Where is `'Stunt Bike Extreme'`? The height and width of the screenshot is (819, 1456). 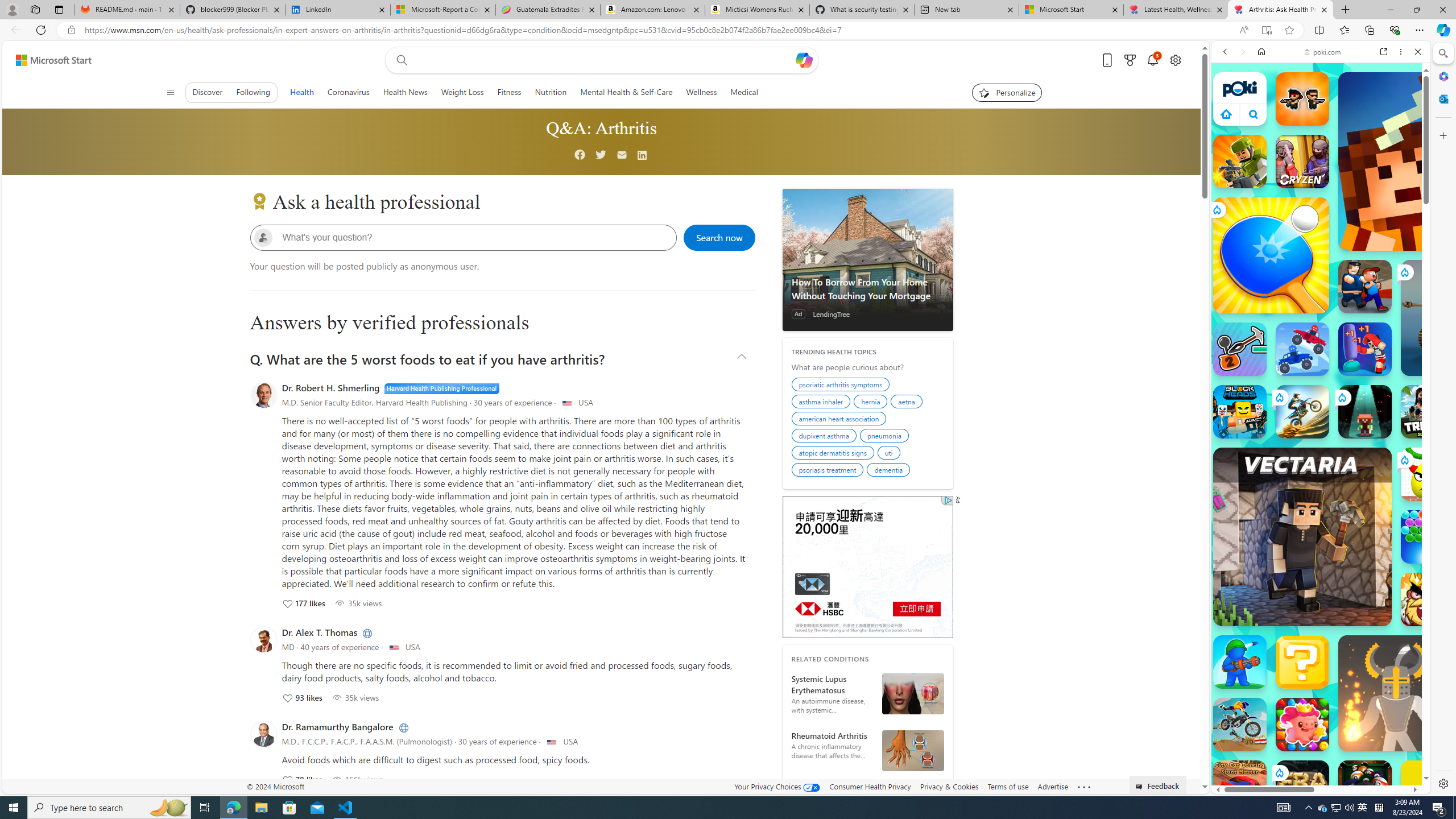 'Stunt Bike Extreme' is located at coordinates (1301, 411).